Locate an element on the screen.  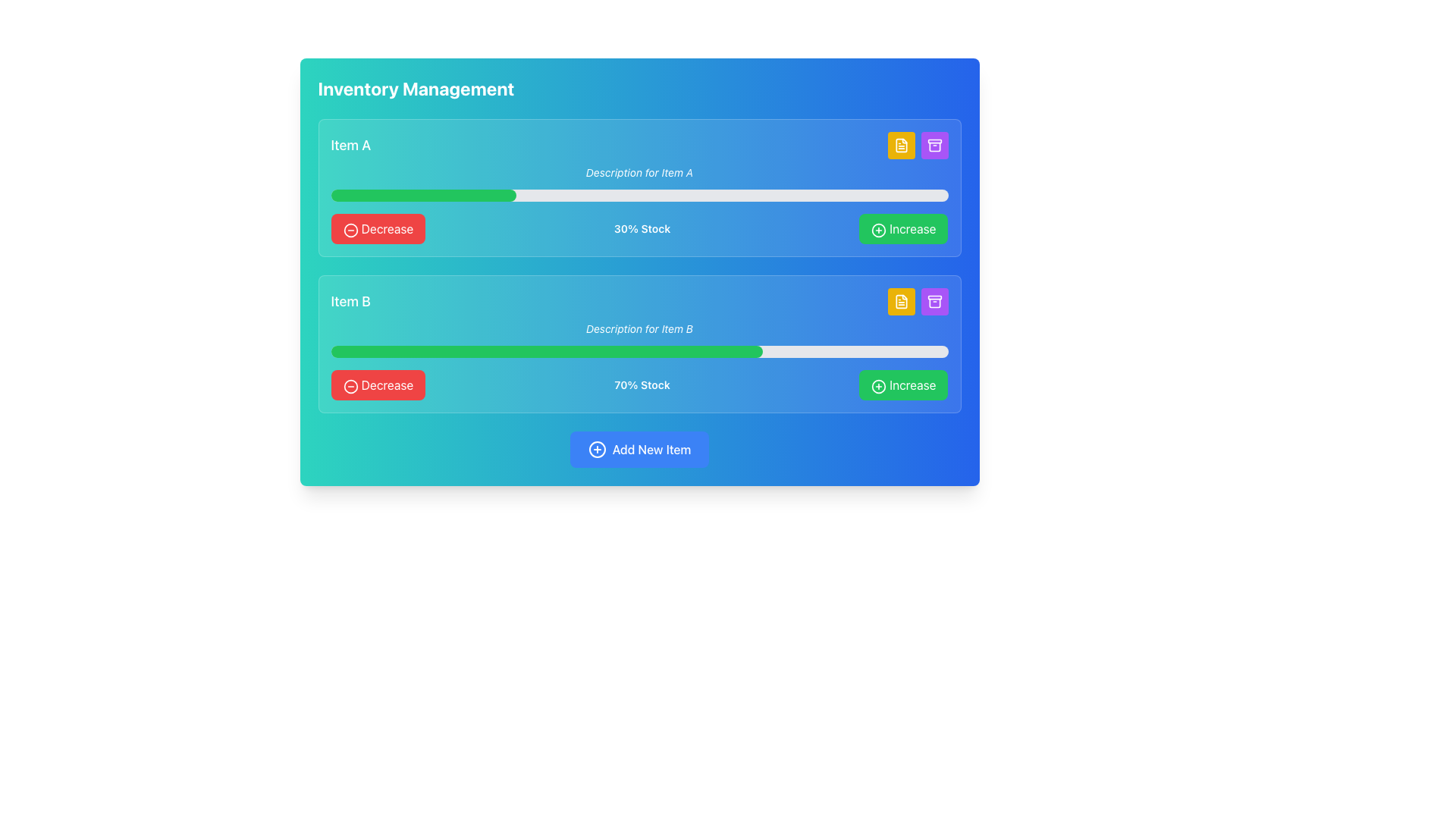
the SVG-based archive icon located in the top-right part of the 'Item A' section is located at coordinates (934, 146).